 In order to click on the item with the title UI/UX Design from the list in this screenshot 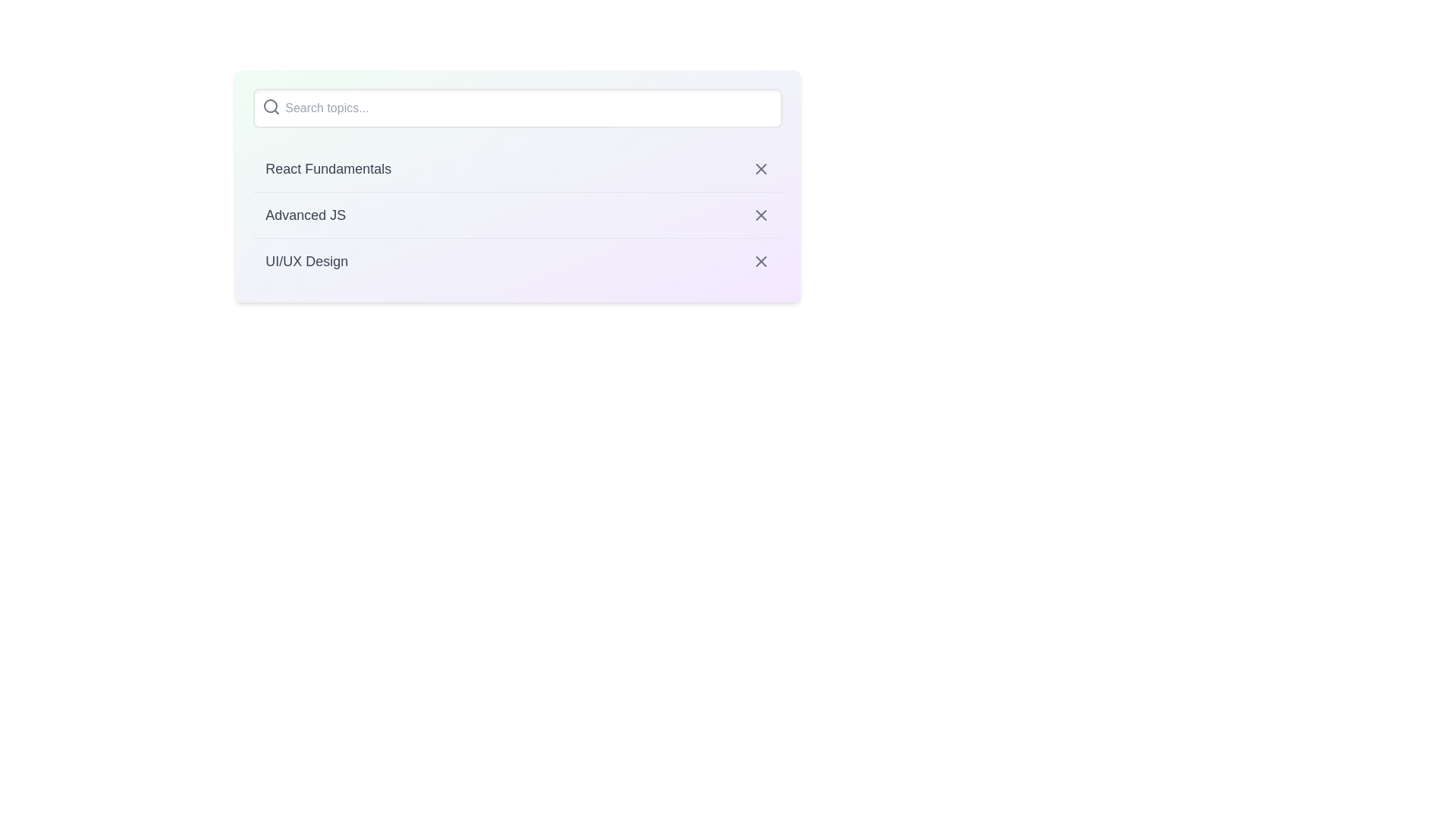, I will do `click(517, 260)`.